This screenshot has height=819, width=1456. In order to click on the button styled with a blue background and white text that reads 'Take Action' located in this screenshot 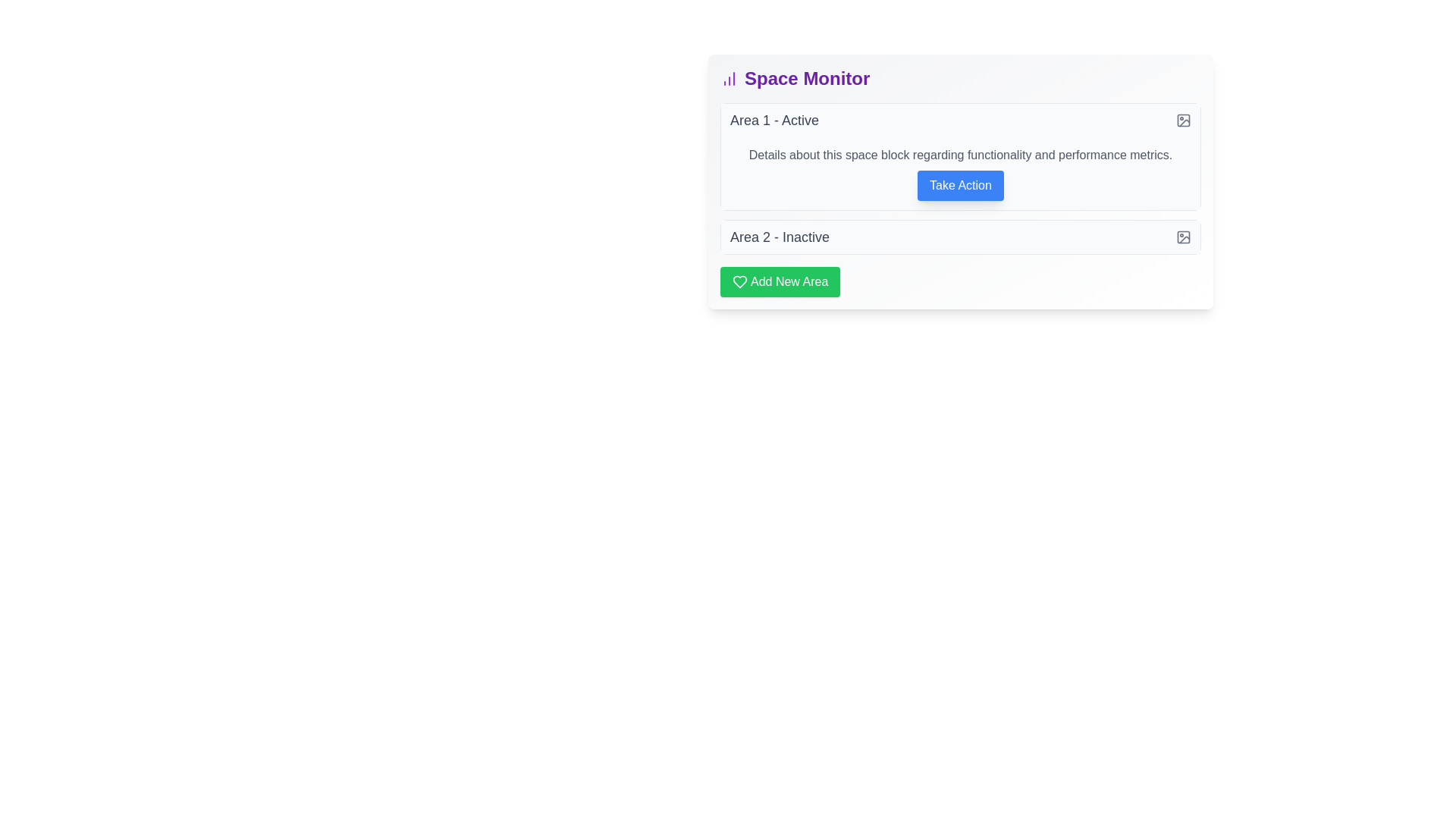, I will do `click(960, 185)`.